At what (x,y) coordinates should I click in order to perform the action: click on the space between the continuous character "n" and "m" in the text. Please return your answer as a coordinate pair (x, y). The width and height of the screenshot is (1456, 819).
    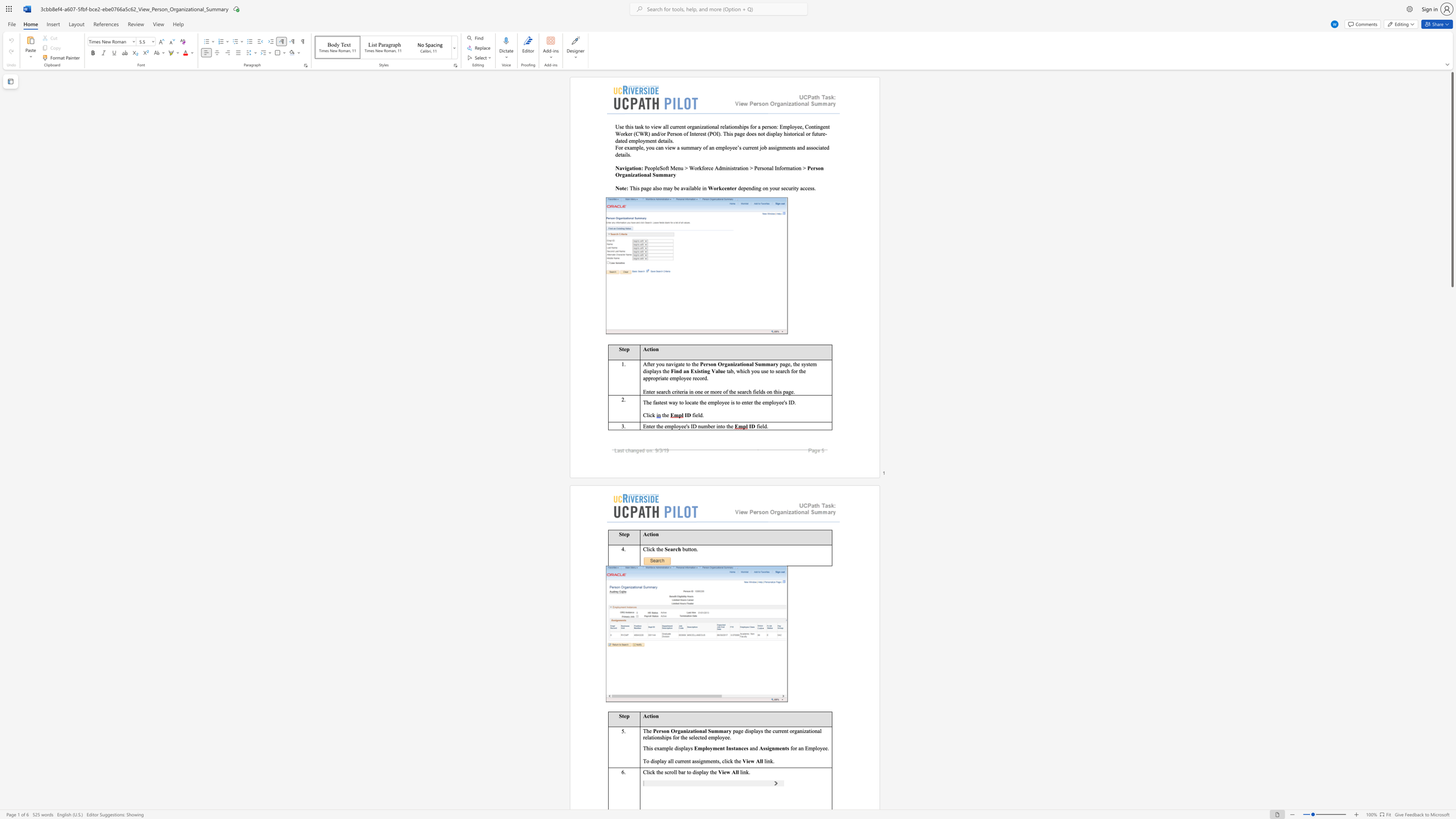
    Looking at the image, I should click on (782, 147).